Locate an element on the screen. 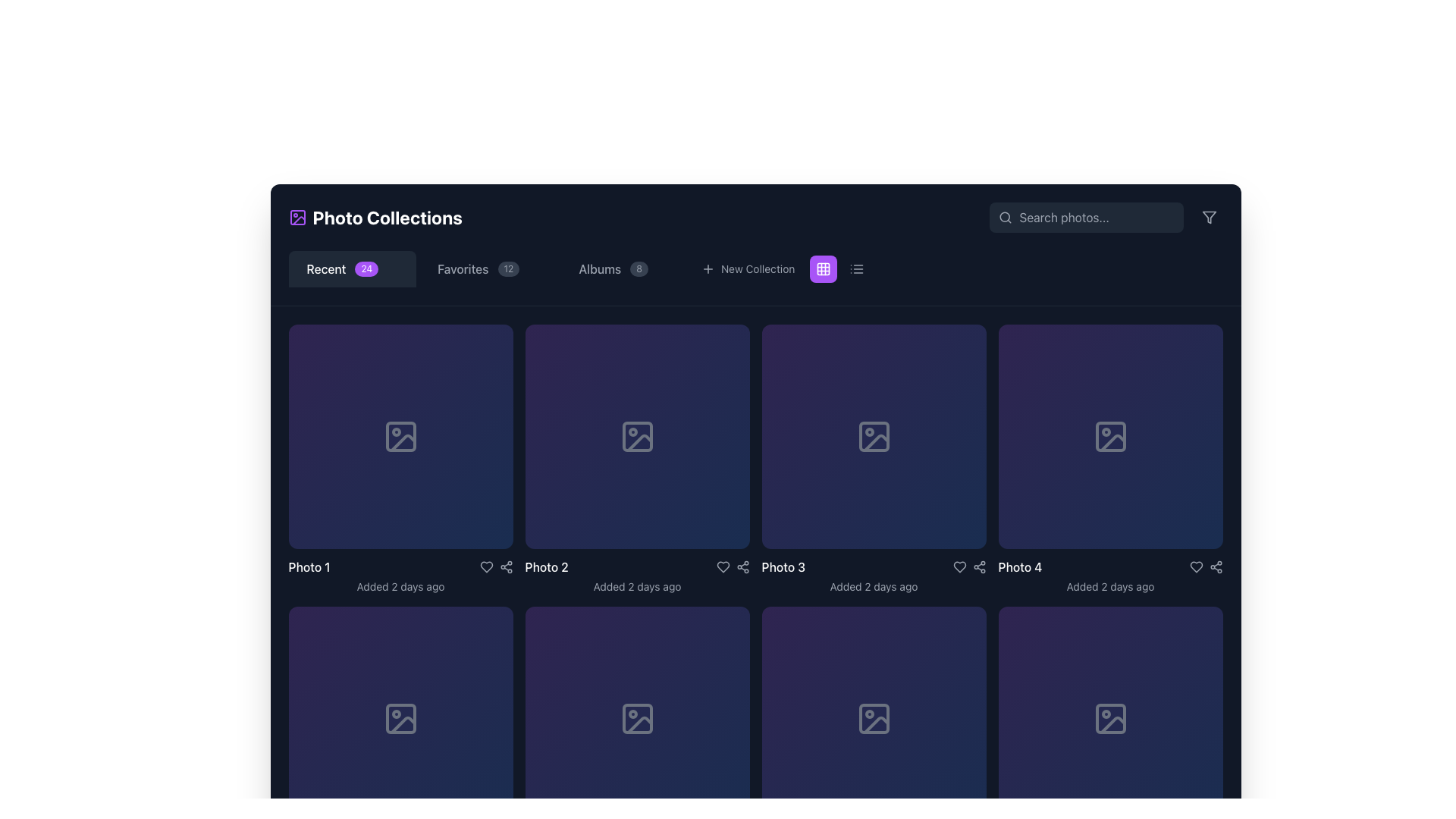 Image resolution: width=1456 pixels, height=819 pixels. the small circular share icon button located in the third column of the grid layout, directly beneath the thumbnail for 'Photo 3' is located at coordinates (742, 567).